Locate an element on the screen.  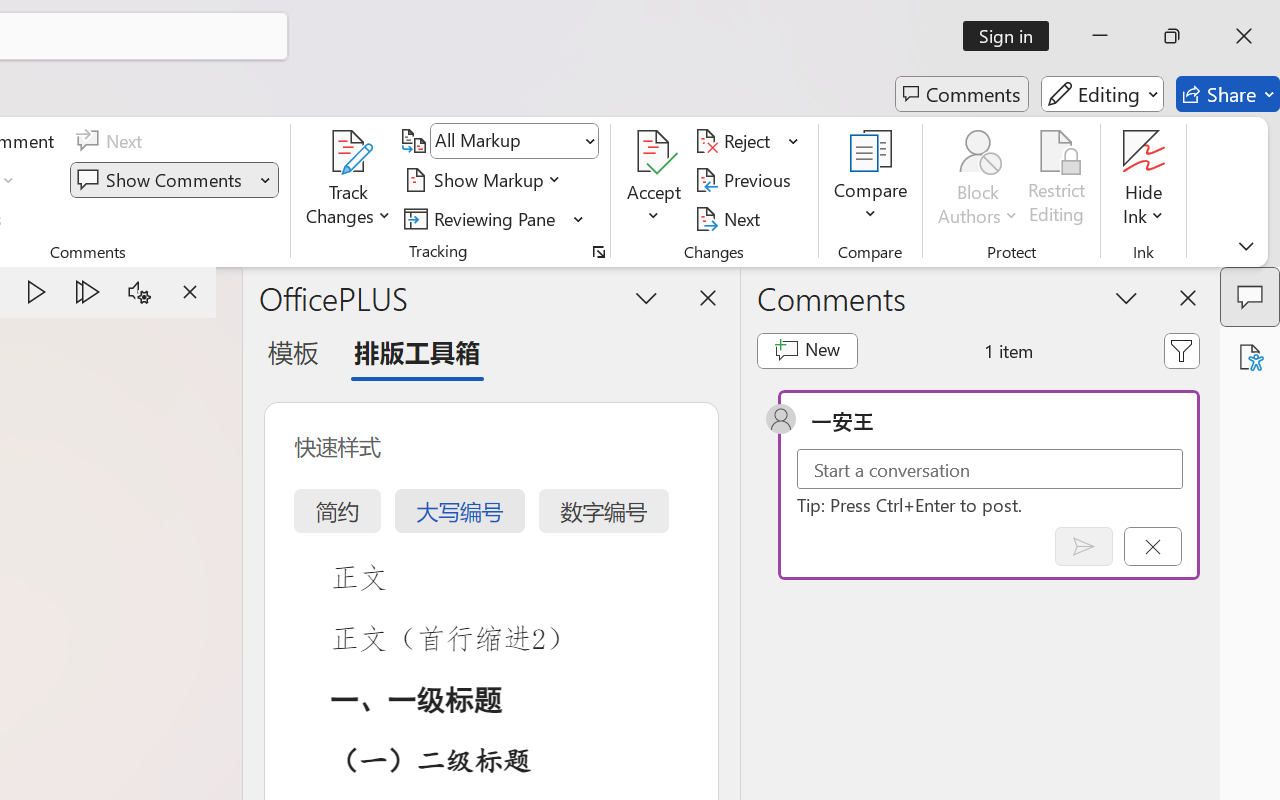
'Hide Ink' is located at coordinates (1144, 179).